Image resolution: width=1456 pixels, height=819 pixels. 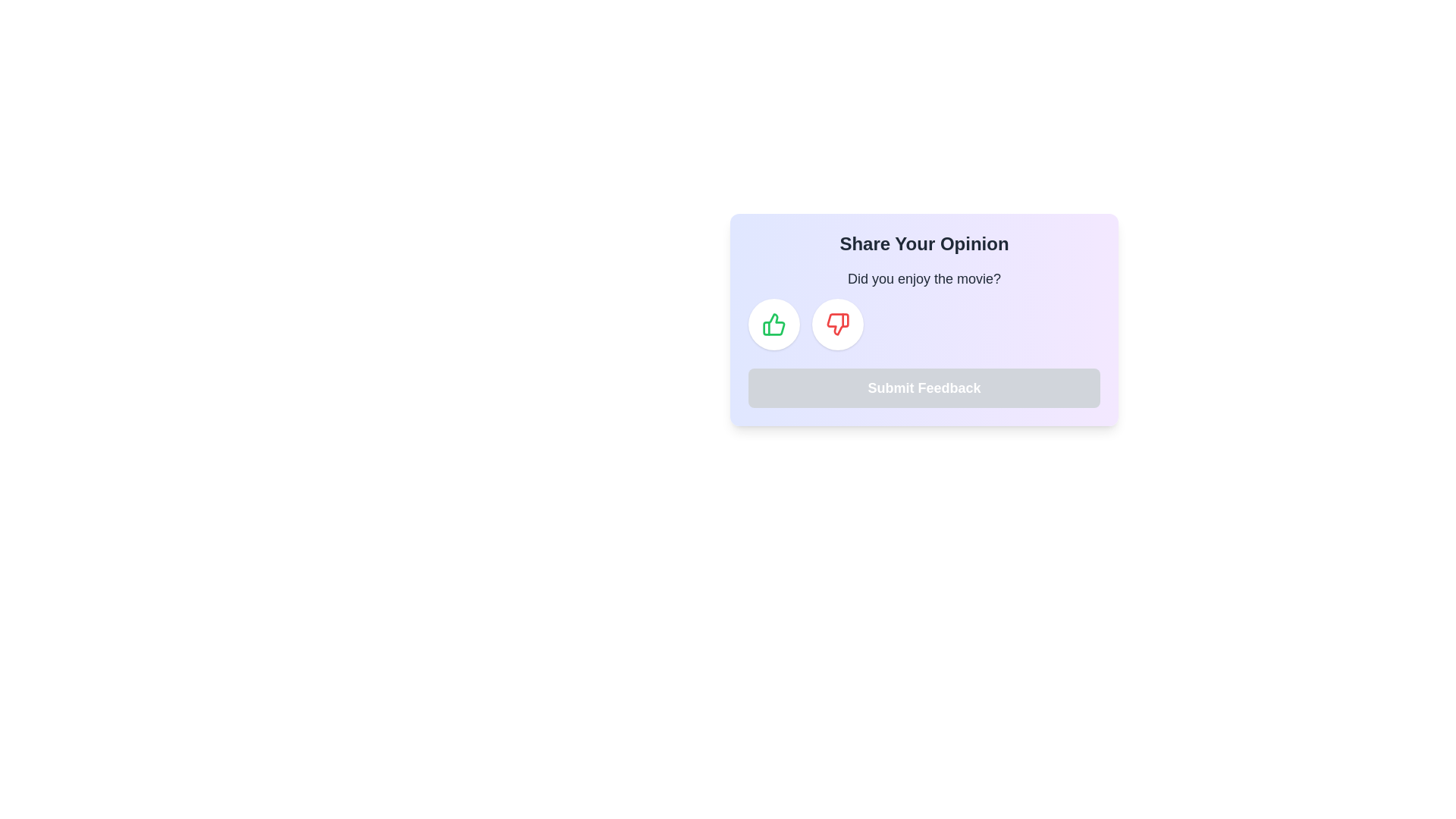 What do you see at coordinates (836, 324) in the screenshot?
I see `the circular button with a white background and a red thumbs-down icon to observe potential hover effects` at bounding box center [836, 324].